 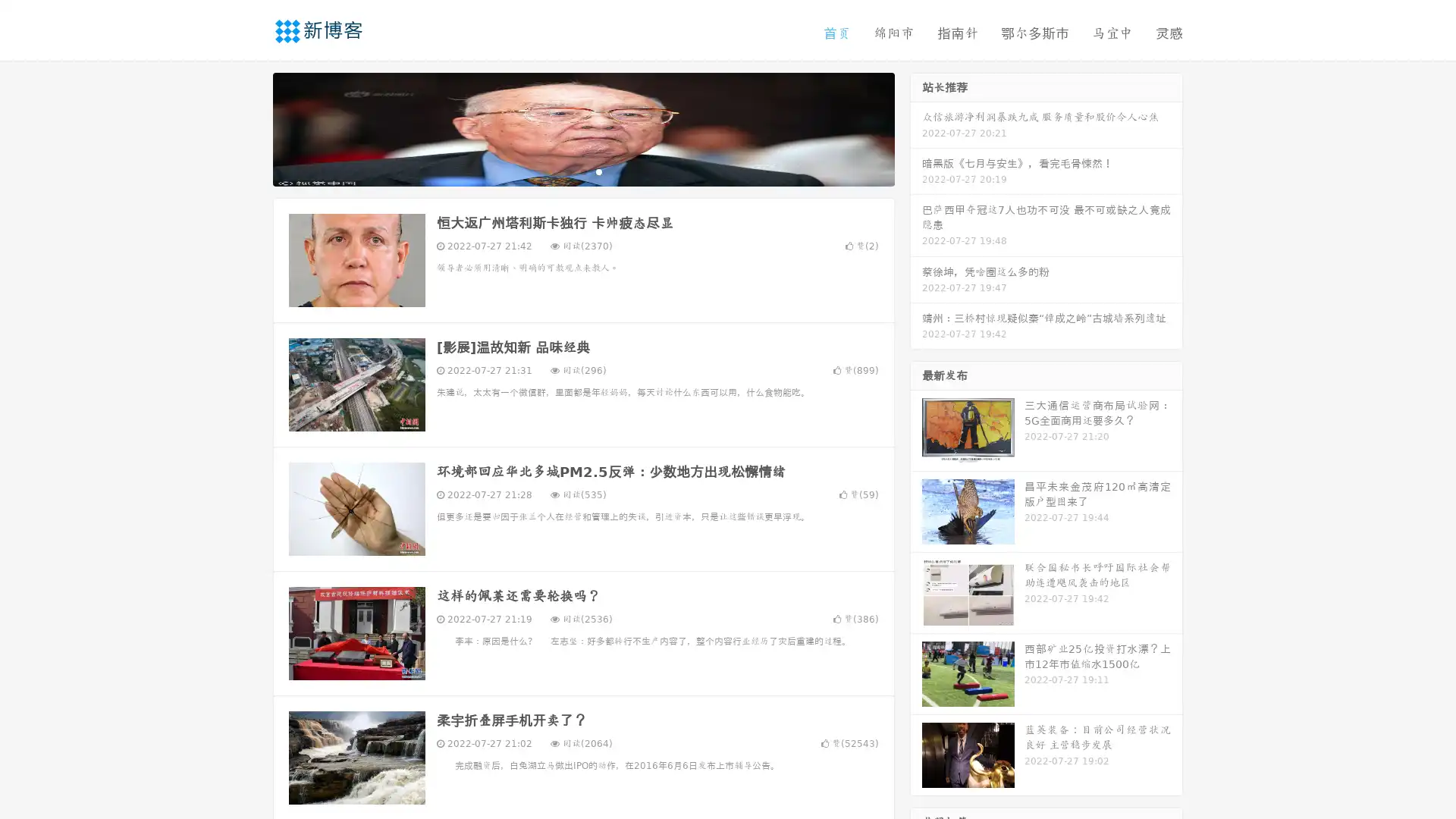 I want to click on Go to slide 1, so click(x=567, y=171).